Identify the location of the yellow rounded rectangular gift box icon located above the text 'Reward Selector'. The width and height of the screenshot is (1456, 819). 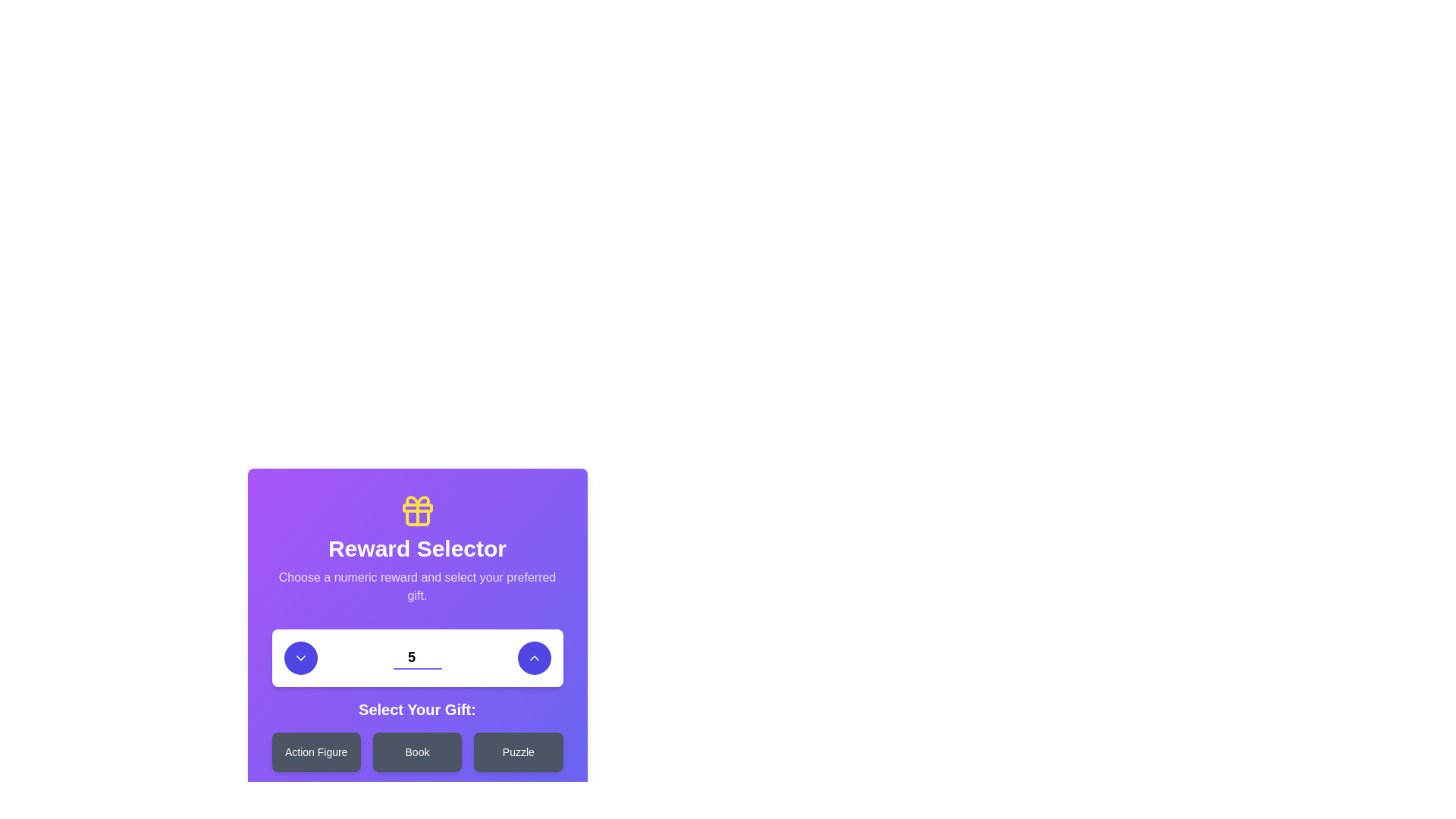
(417, 508).